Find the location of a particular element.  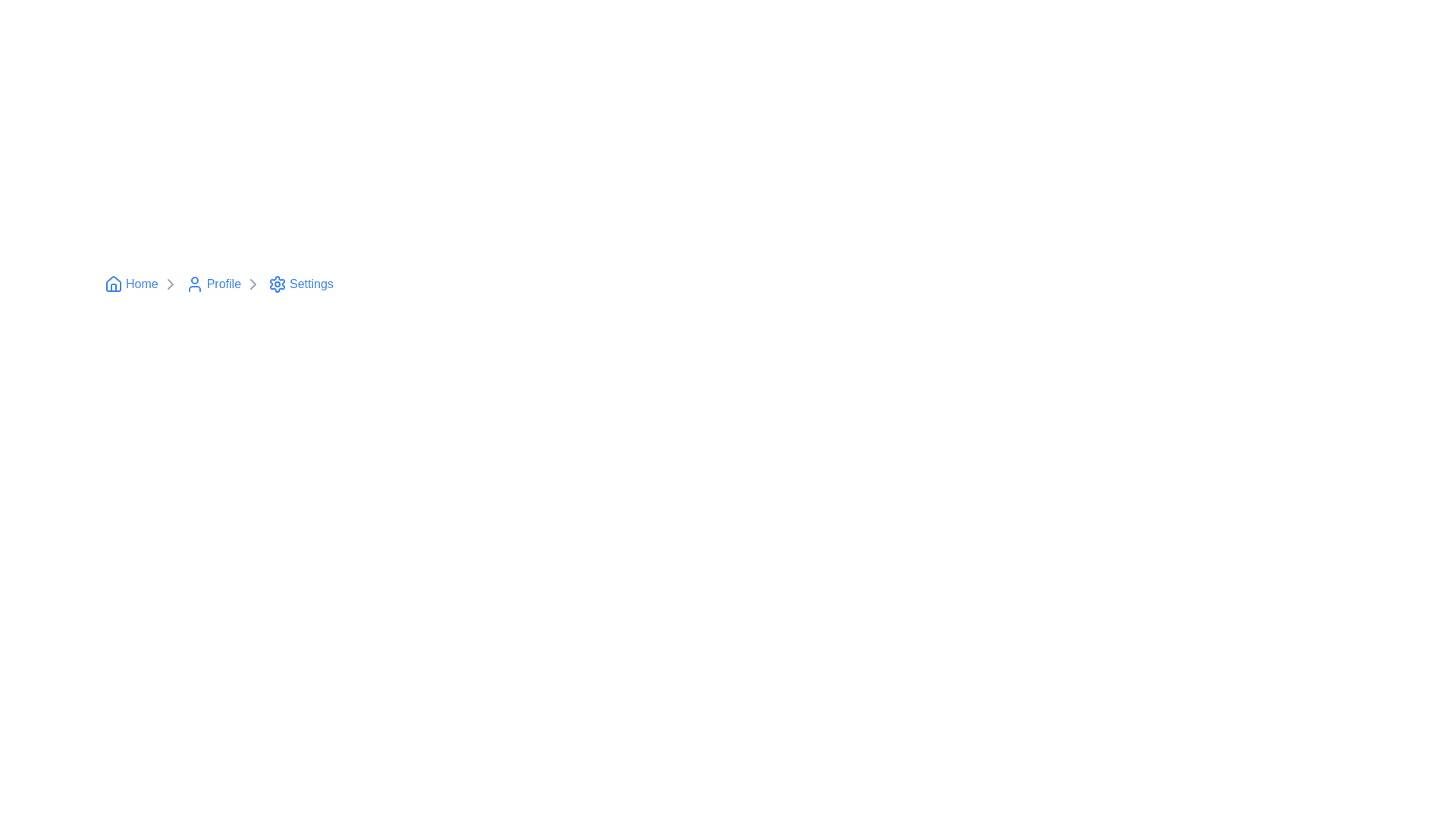

the blue, underlined 'Profile' hyperlink adjacent to a user silhouette icon in the breadcrumb navigation bar to underline it is located at coordinates (212, 284).